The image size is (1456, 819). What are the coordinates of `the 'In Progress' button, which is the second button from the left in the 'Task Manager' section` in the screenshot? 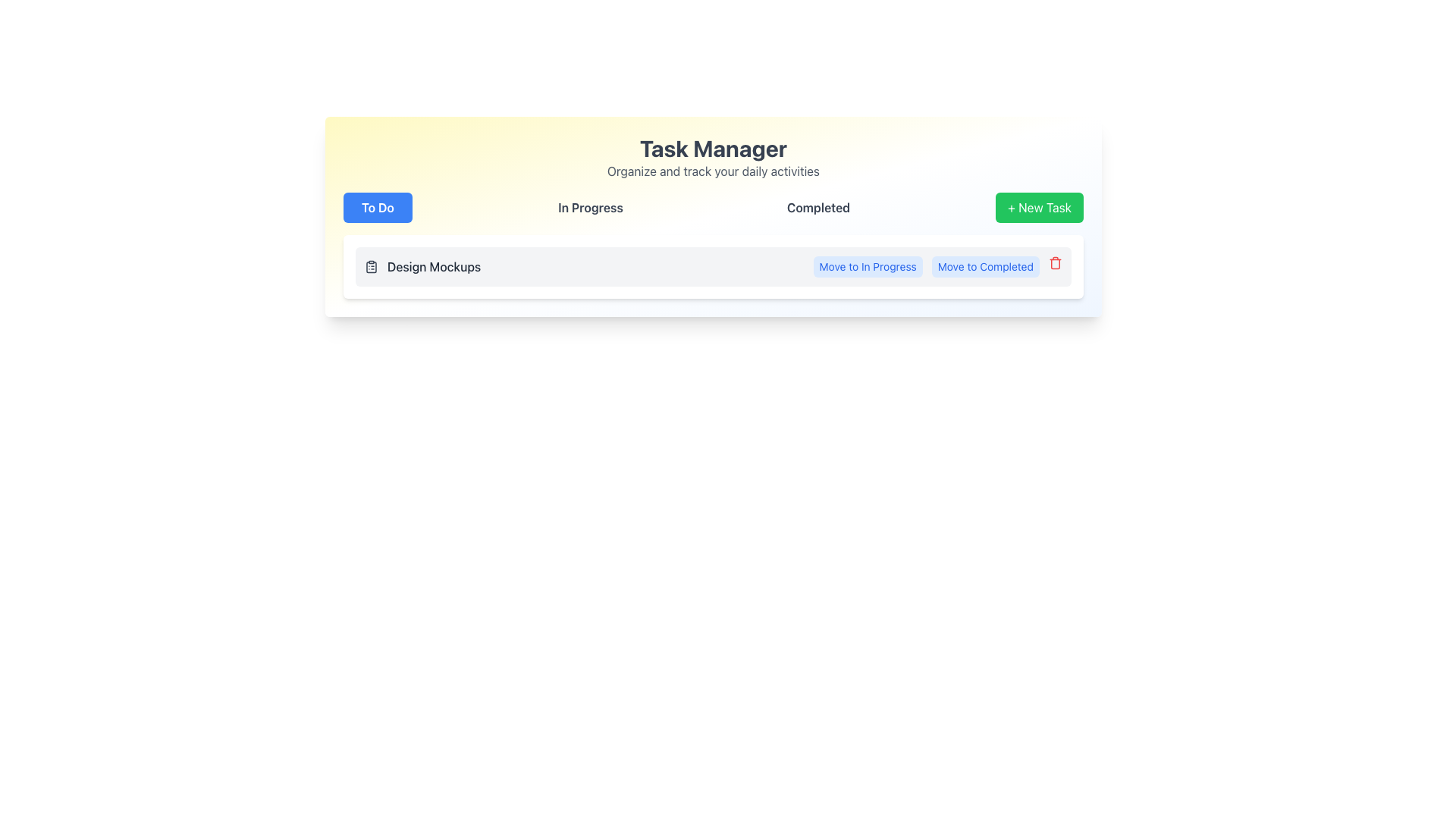 It's located at (589, 207).